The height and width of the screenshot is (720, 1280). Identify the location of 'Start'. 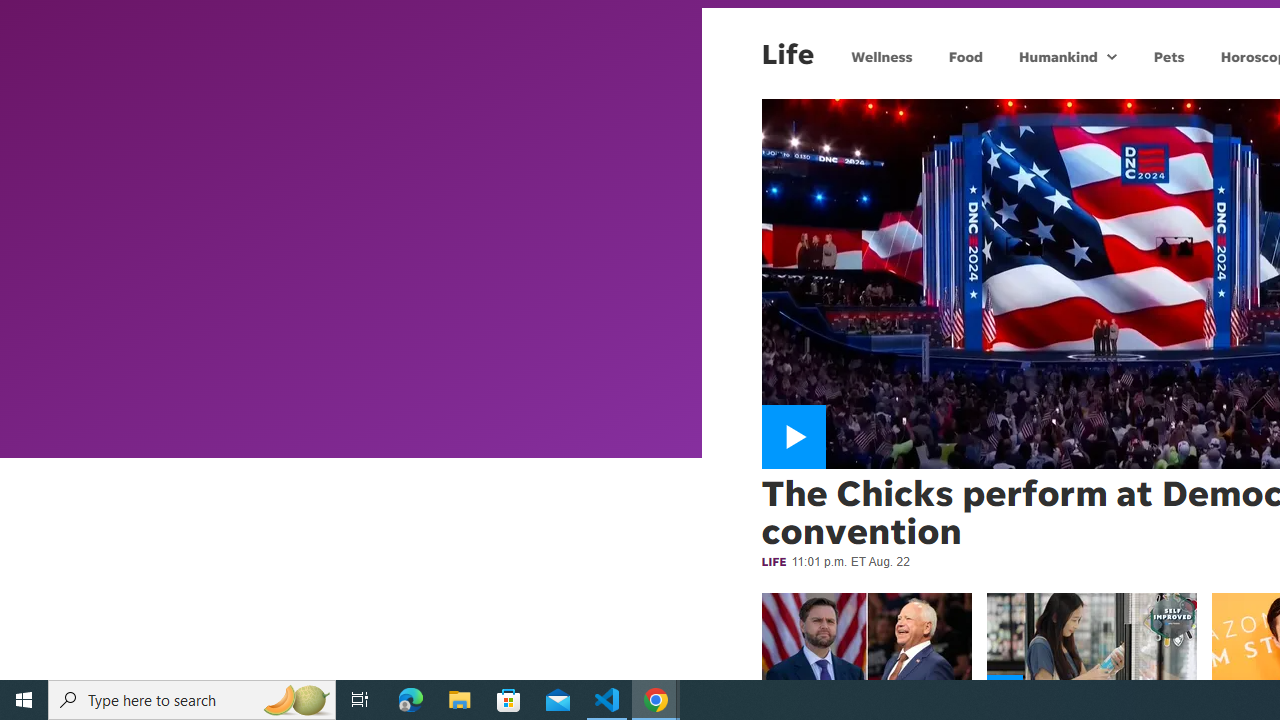
(24, 698).